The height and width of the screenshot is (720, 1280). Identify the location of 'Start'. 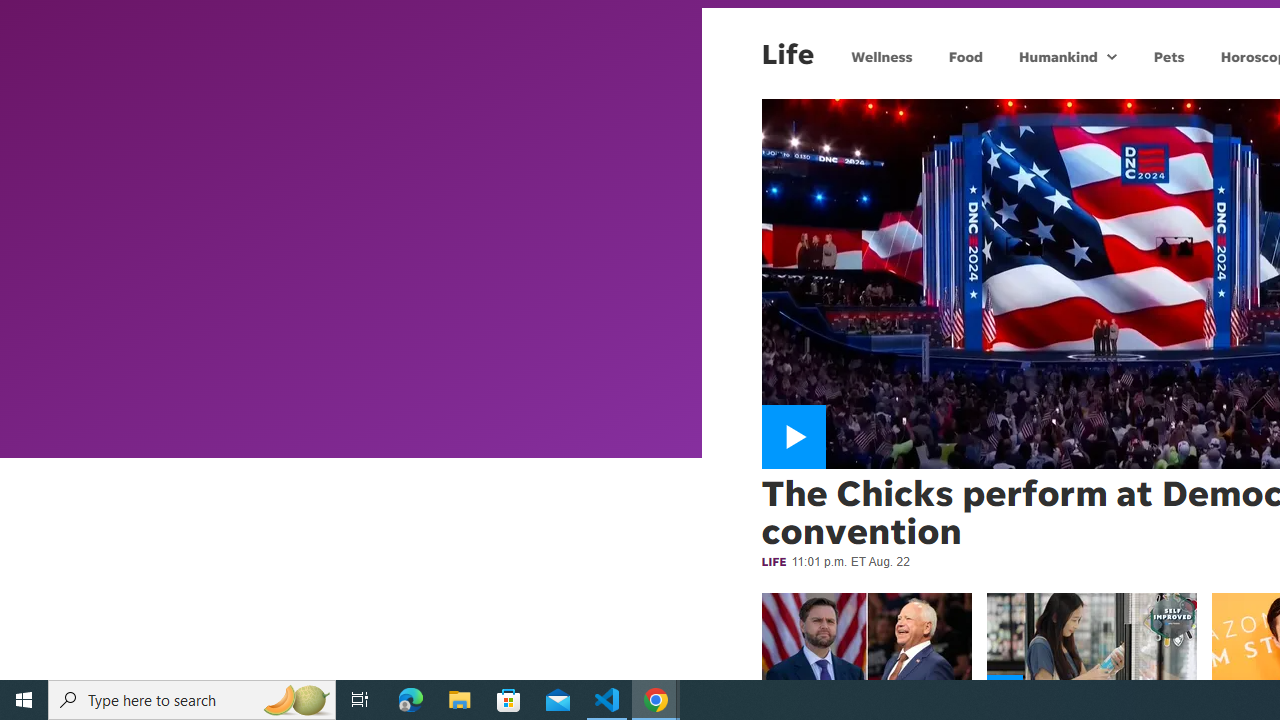
(24, 698).